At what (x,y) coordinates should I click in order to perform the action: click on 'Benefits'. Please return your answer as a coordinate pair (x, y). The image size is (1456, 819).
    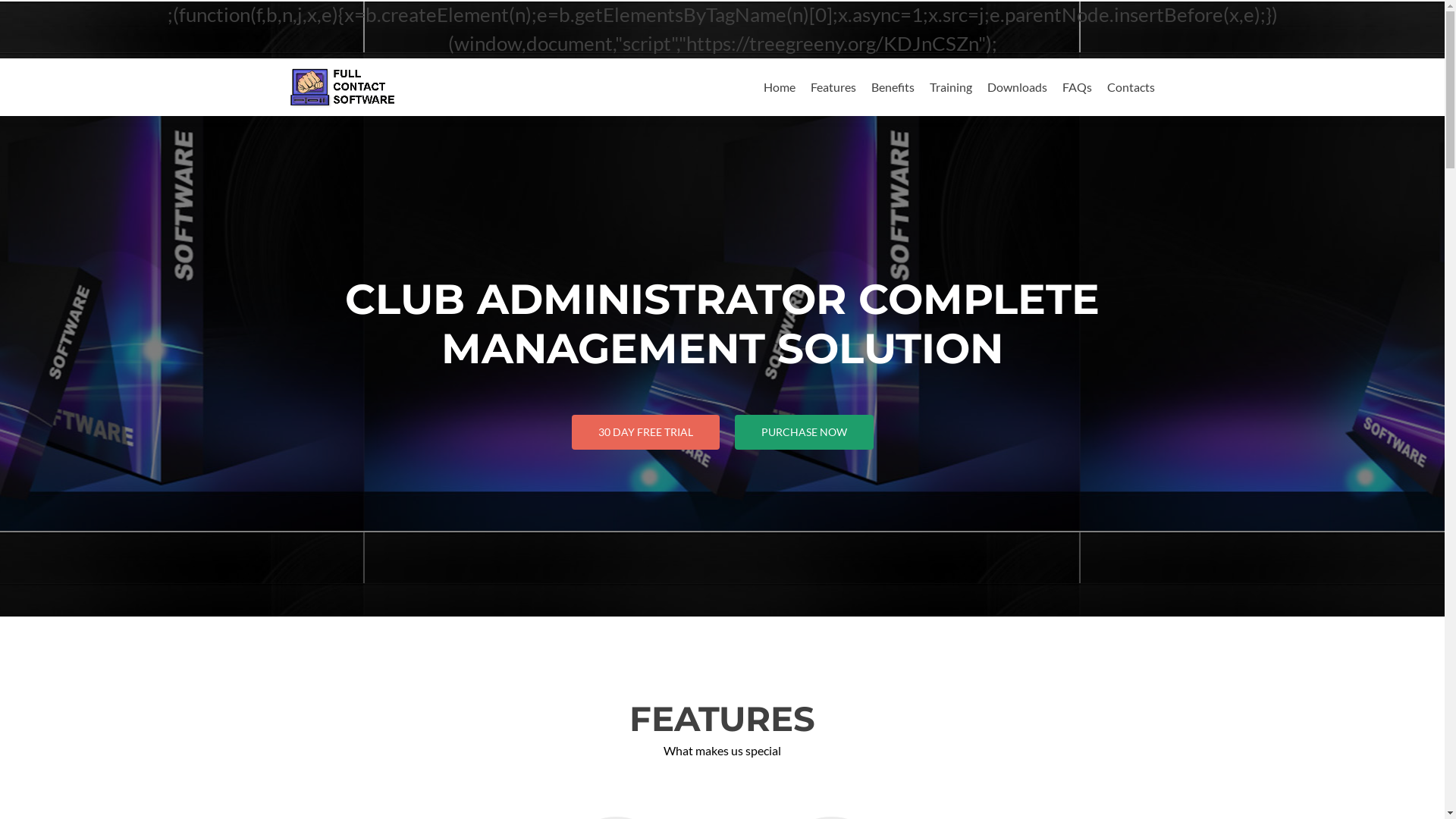
    Looking at the image, I should click on (892, 86).